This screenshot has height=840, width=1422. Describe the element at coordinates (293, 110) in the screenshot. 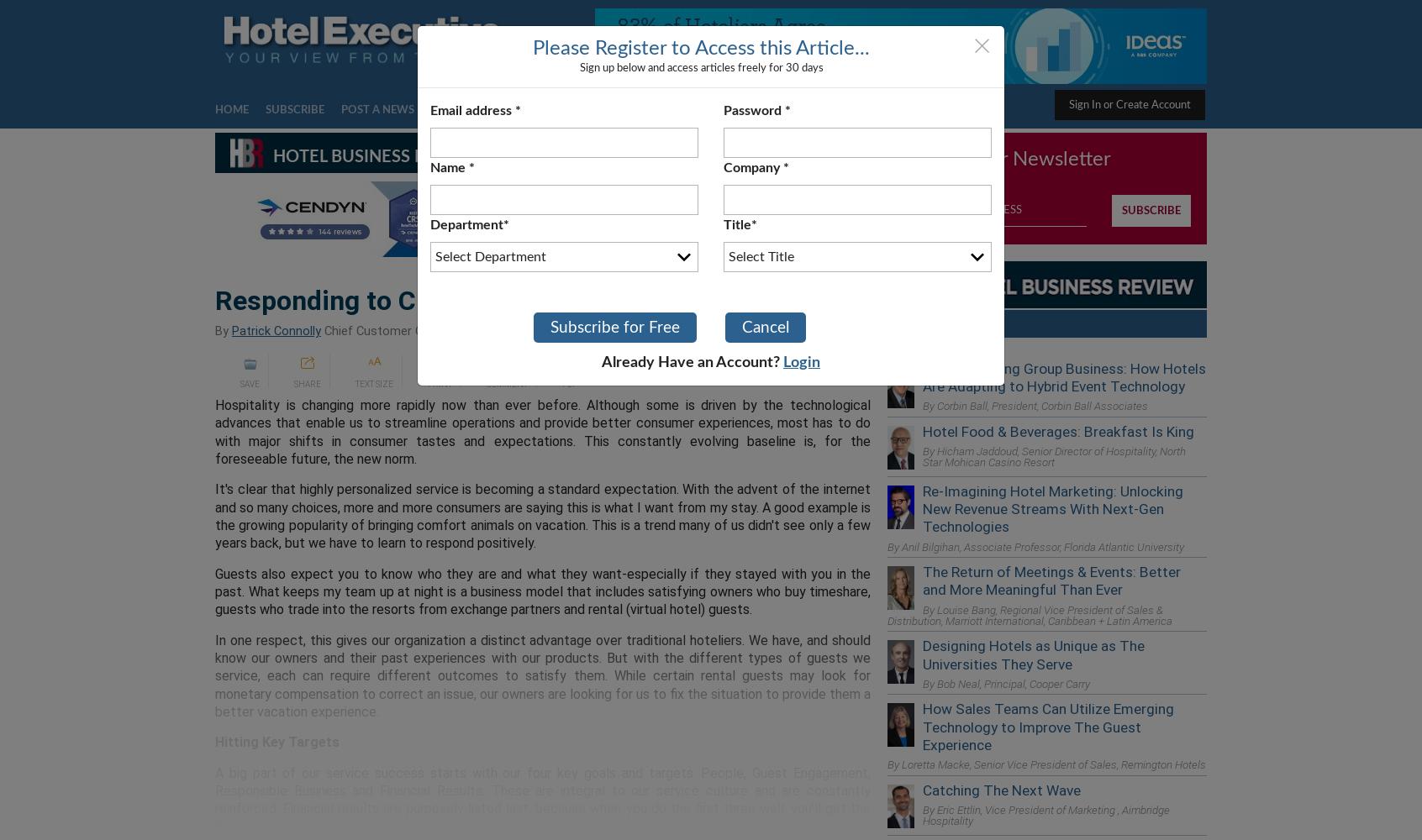

I see `'Subscribe'` at that location.